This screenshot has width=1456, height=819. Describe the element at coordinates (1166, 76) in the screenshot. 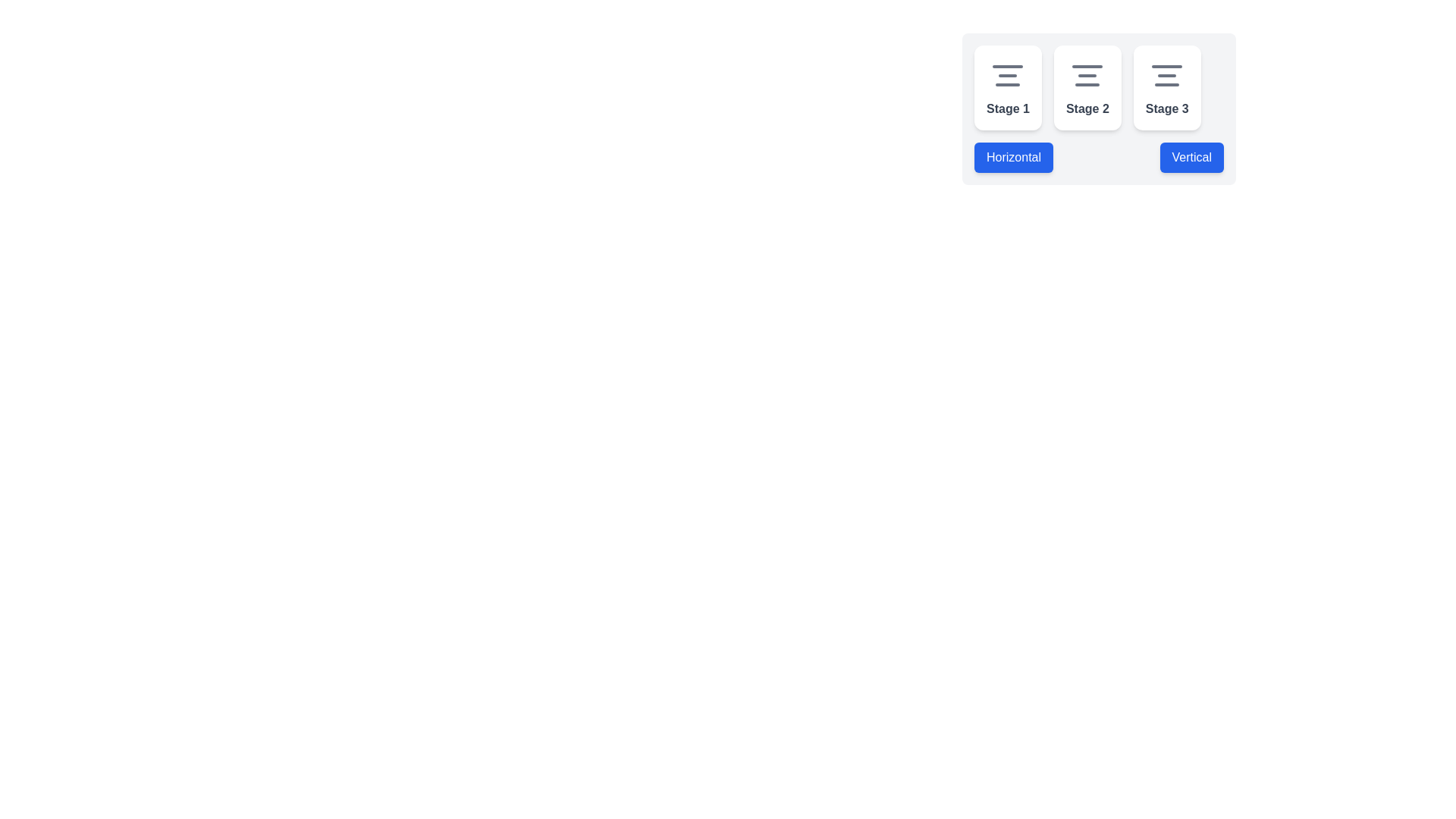

I see `the decorative SVG icon located at the top center of the 'Stage 3' card, positioned above the text 'Stage 3'` at that location.